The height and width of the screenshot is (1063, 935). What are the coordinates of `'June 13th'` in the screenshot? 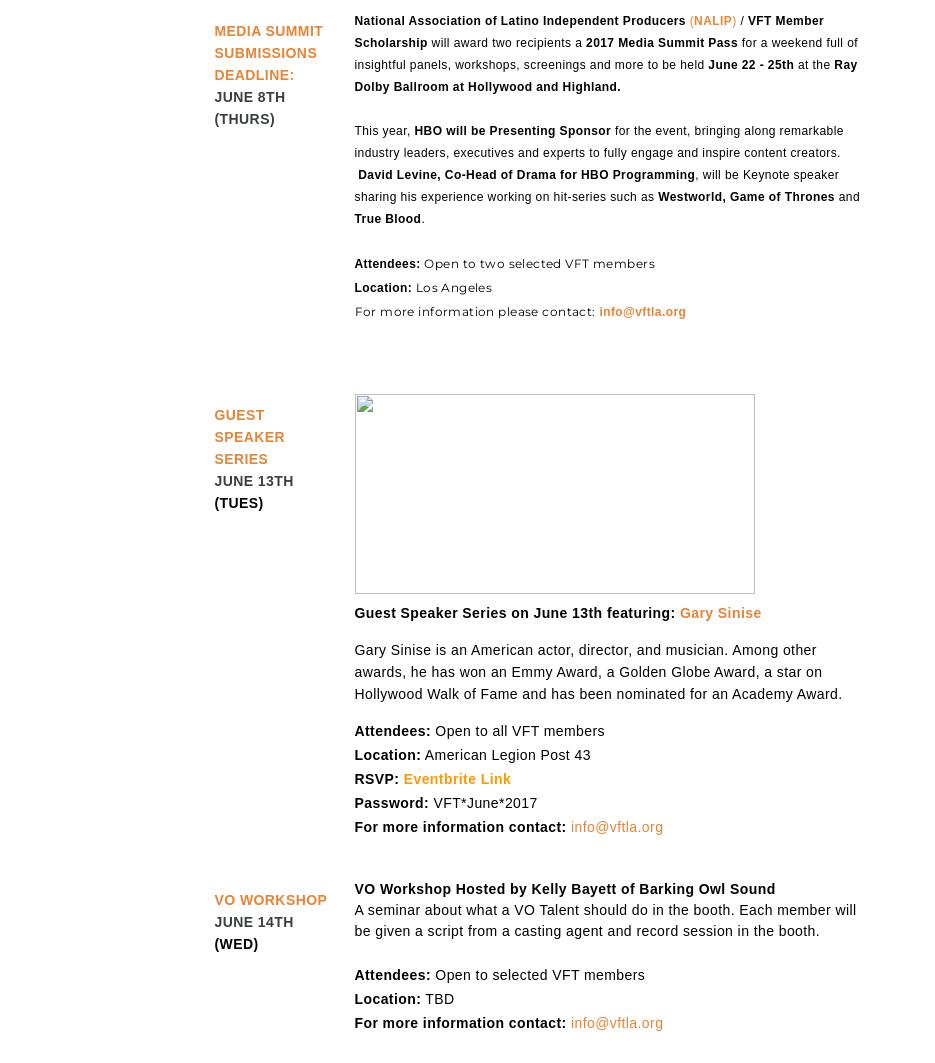 It's located at (214, 481).